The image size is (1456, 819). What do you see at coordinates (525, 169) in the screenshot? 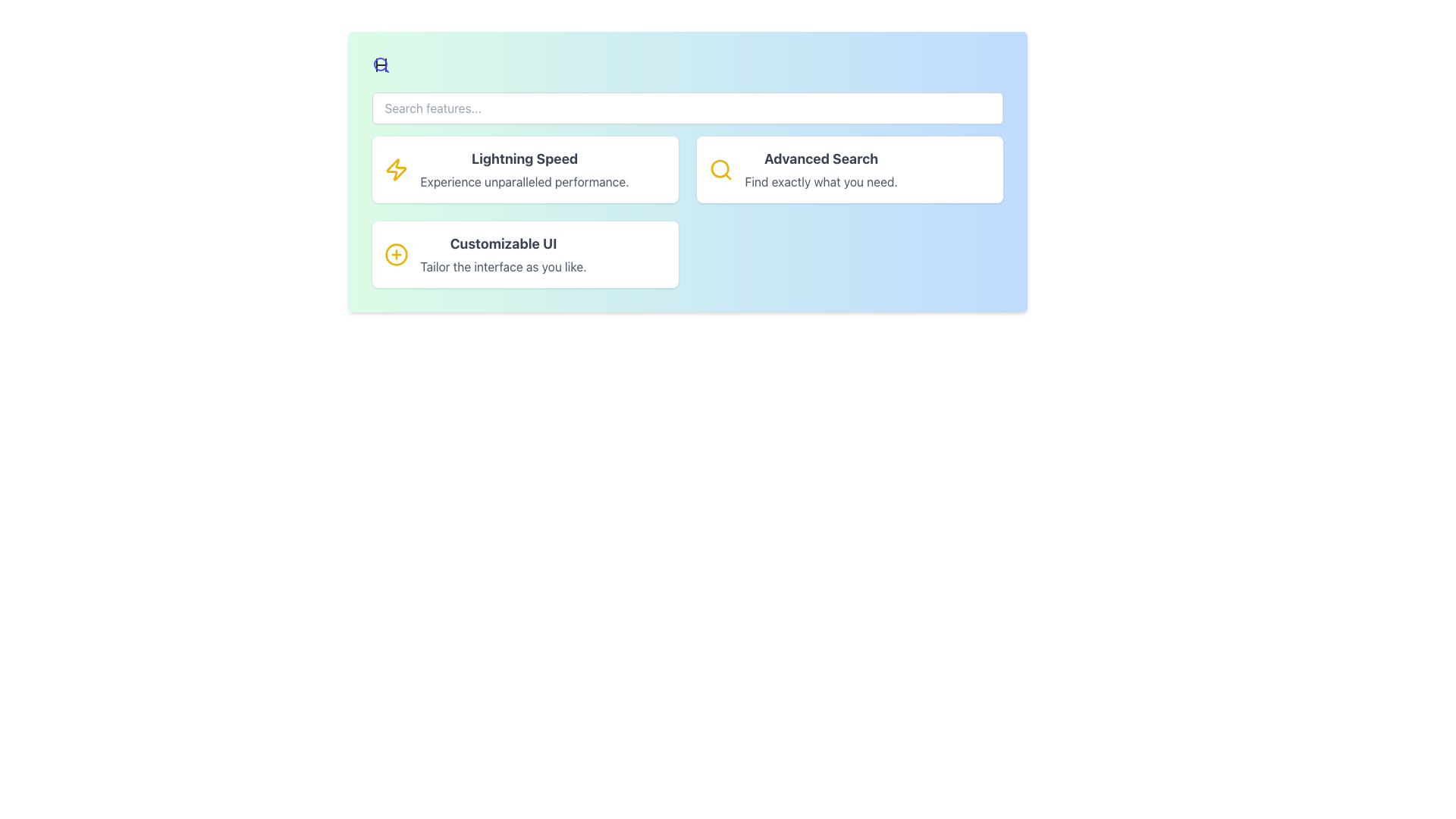
I see `the 'Lightning Speed' informational card, which is the first card on the left in a two-column layout, positioned above the 'Customizable UI' card` at bounding box center [525, 169].